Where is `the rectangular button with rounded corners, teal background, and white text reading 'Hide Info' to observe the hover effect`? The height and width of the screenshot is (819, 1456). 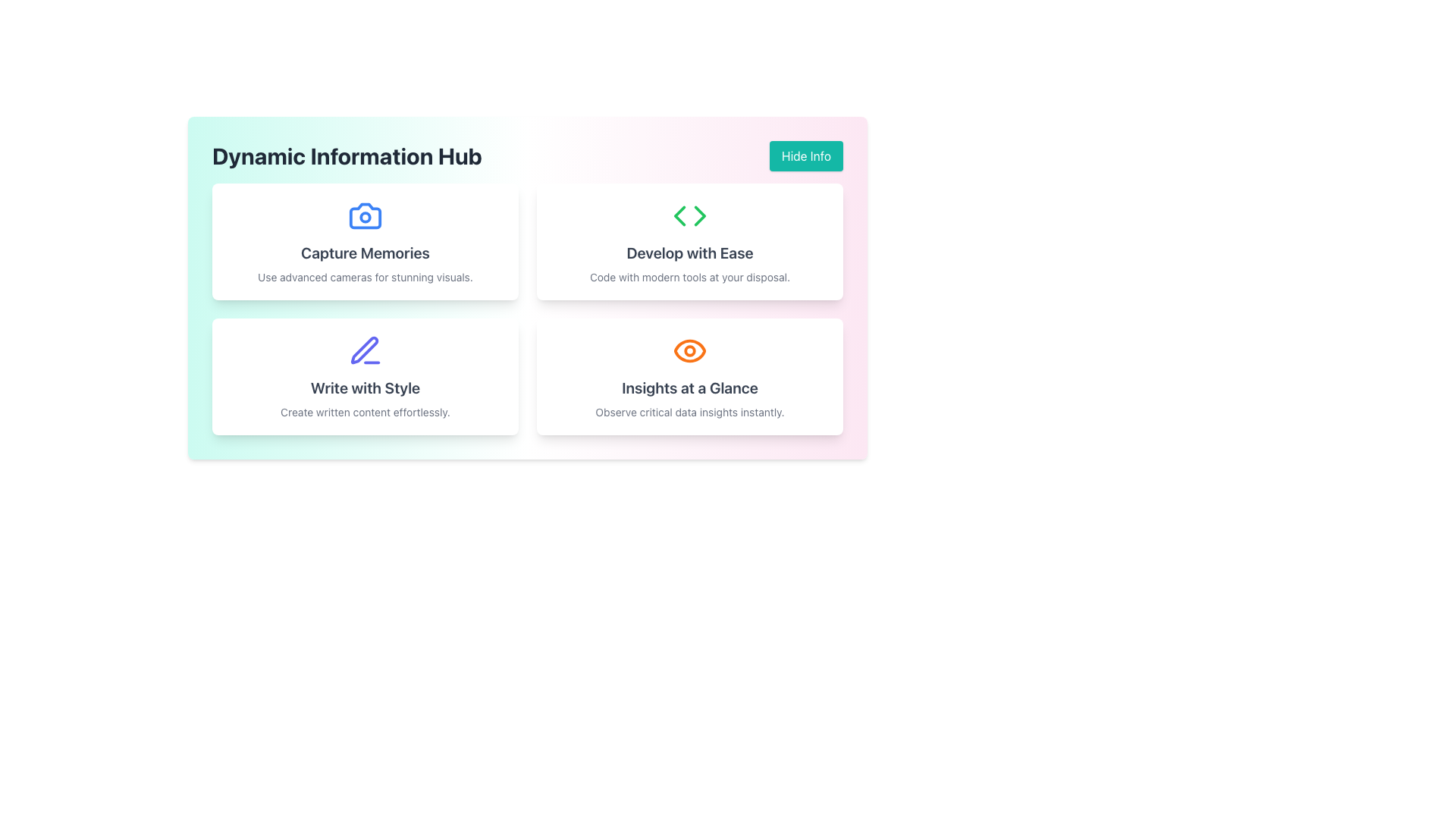
the rectangular button with rounded corners, teal background, and white text reading 'Hide Info' to observe the hover effect is located at coordinates (805, 155).